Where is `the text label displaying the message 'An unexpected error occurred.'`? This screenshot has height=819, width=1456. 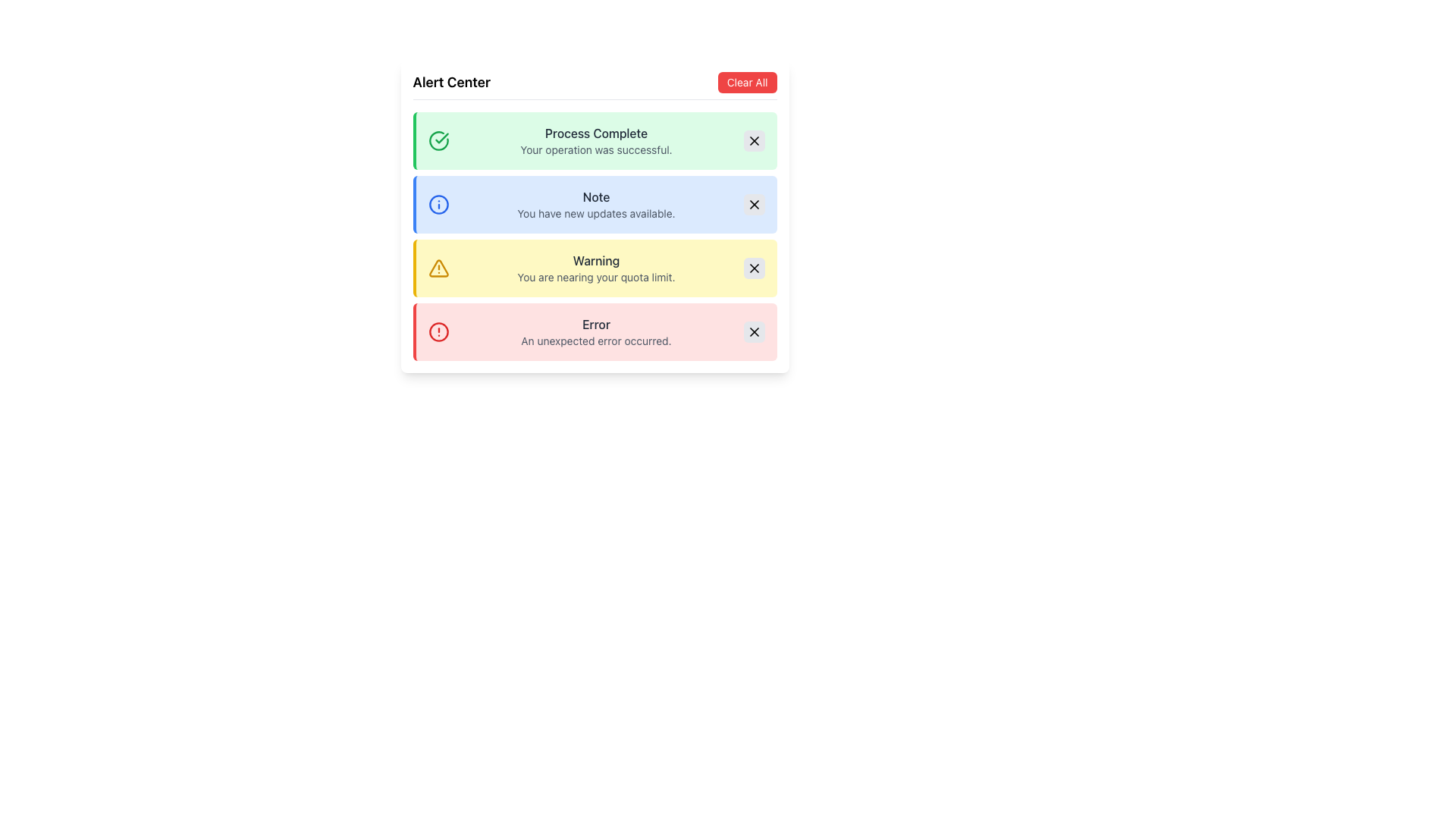
the text label displaying the message 'An unexpected error occurred.' is located at coordinates (595, 341).